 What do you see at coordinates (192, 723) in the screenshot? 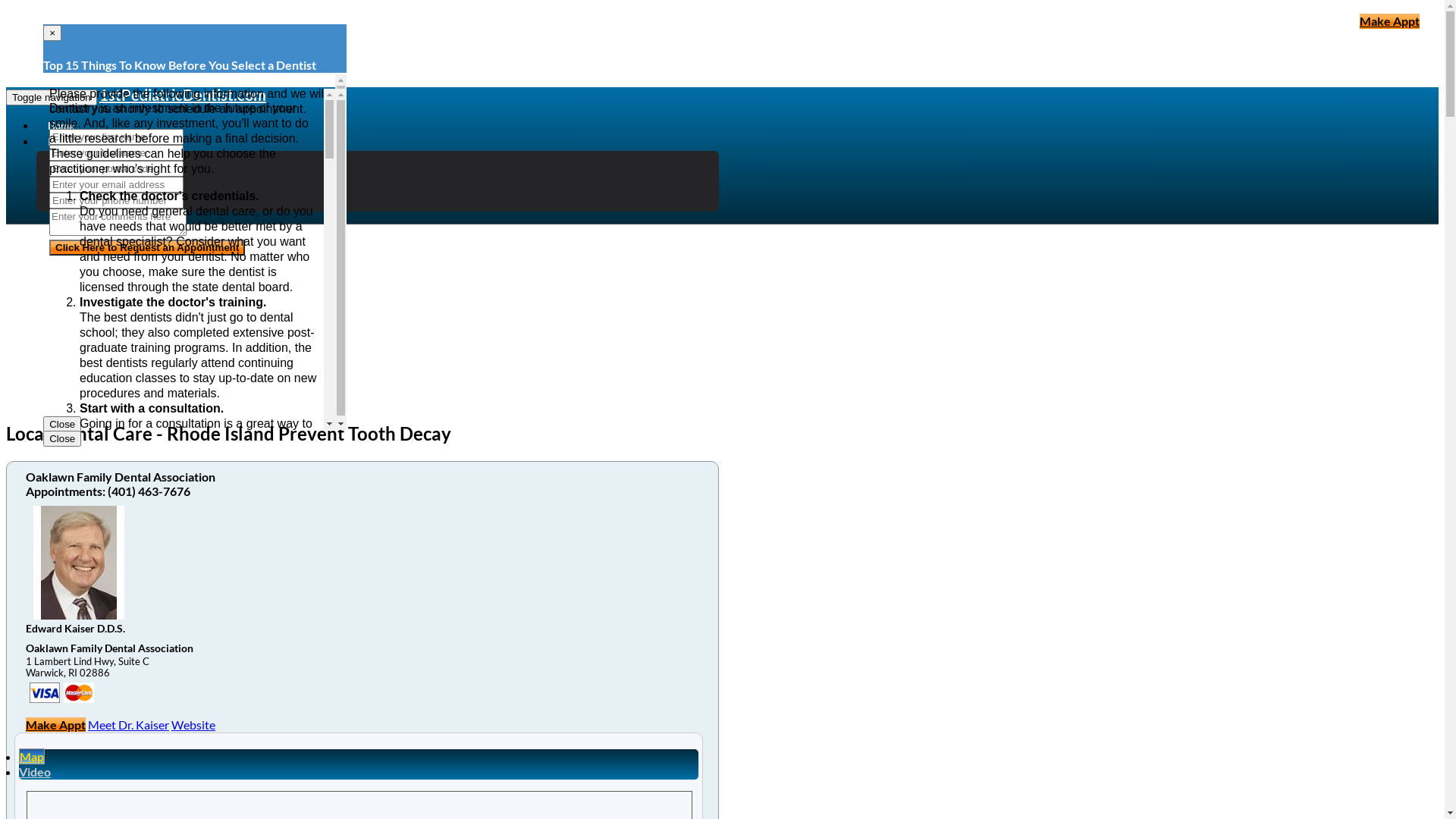
I see `'Website'` at bounding box center [192, 723].